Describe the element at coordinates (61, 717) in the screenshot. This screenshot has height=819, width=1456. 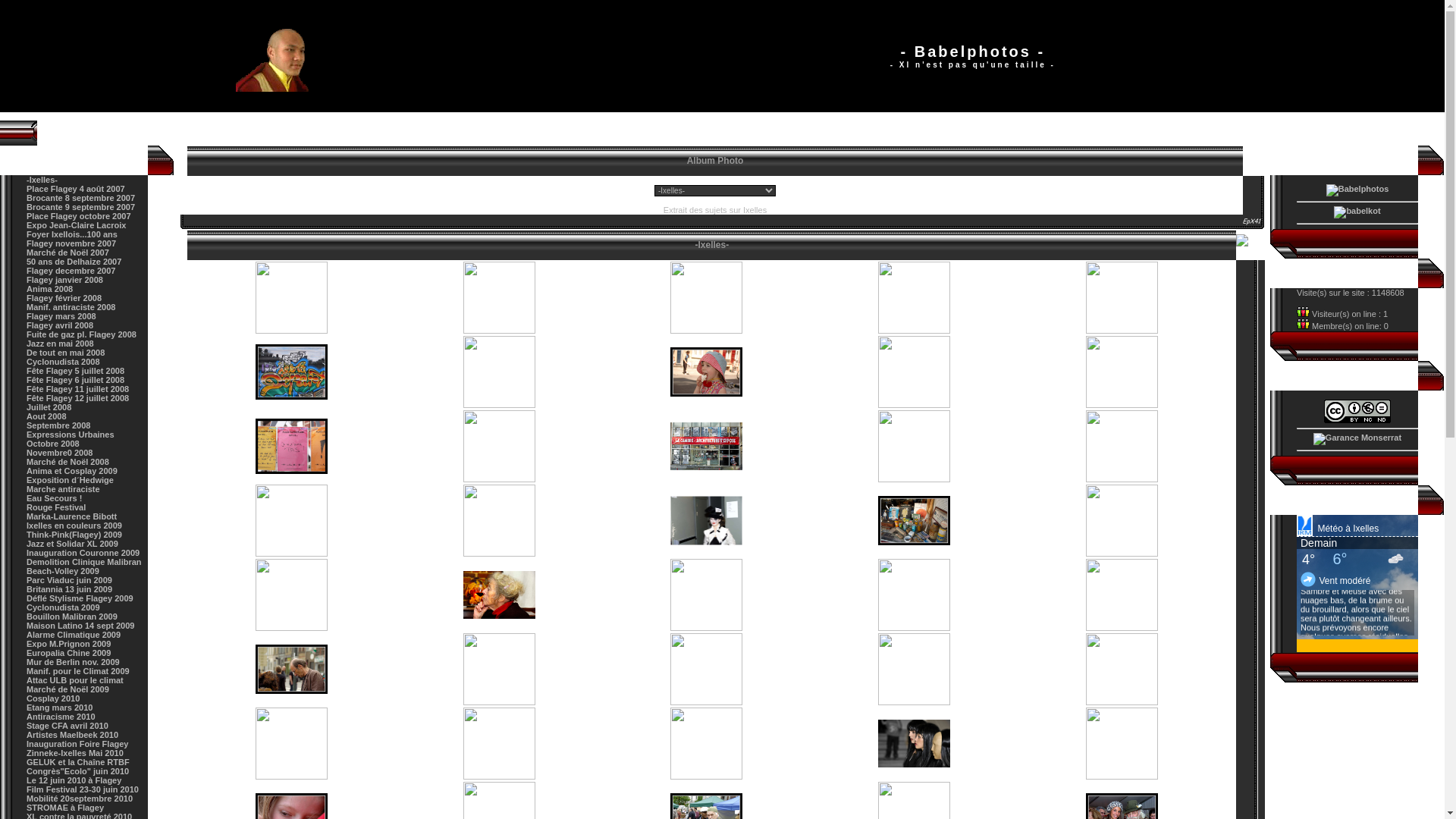
I see `'Antiracisme 2010'` at that location.